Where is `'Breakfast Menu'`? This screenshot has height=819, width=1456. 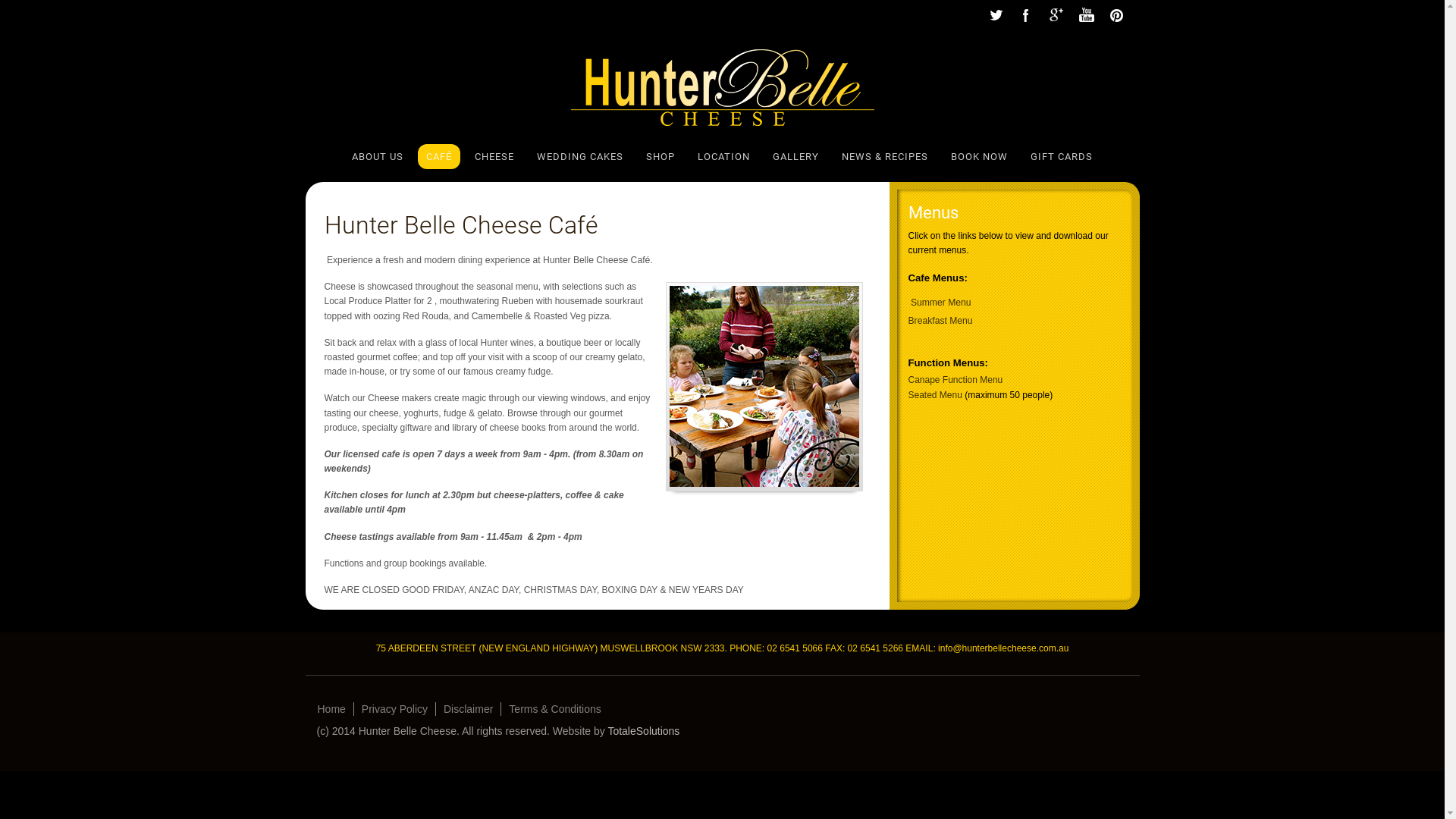
'Breakfast Menu' is located at coordinates (940, 320).